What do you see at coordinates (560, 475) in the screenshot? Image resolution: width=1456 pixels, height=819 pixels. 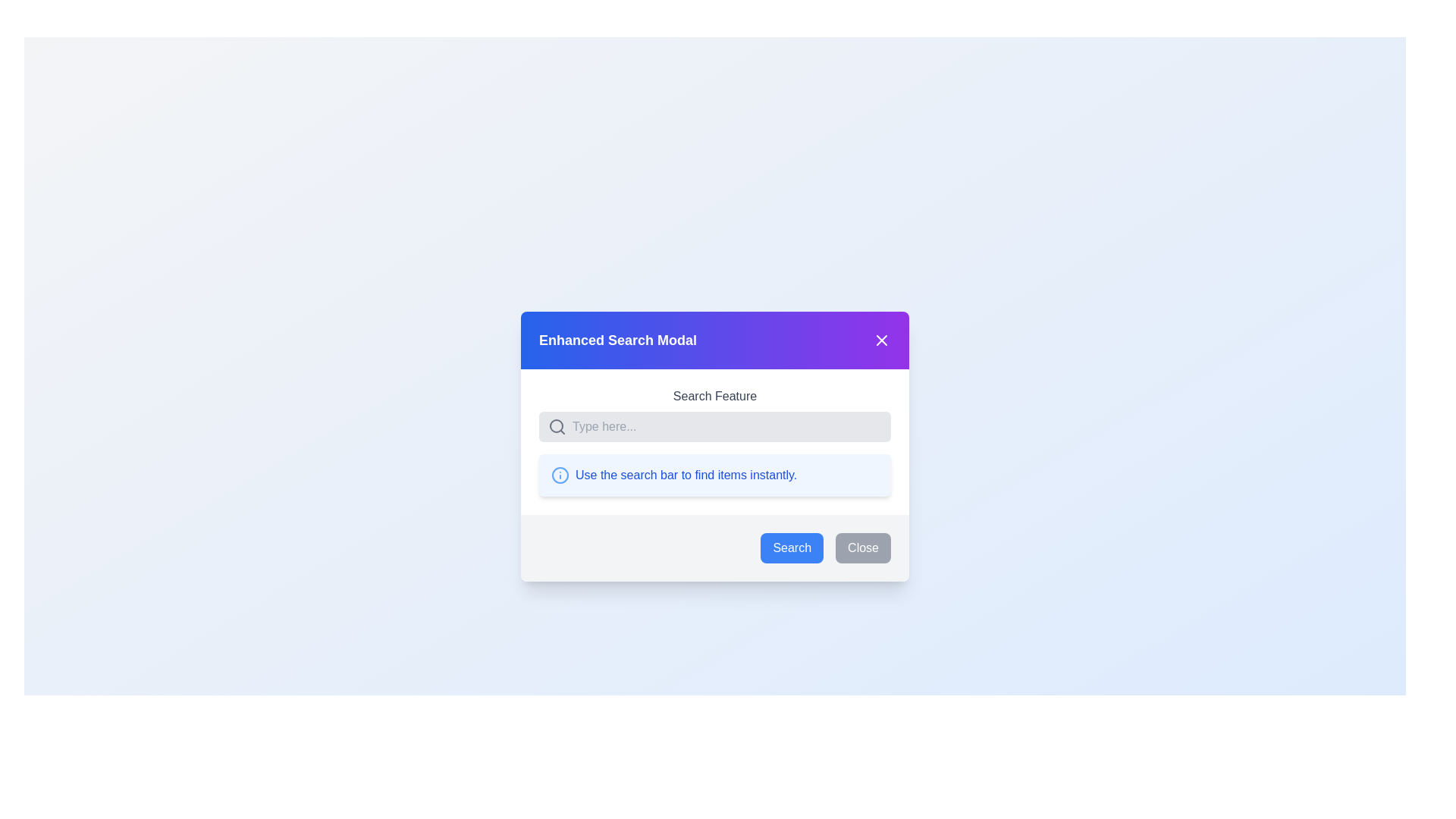 I see `the informational icon located to the left of the text 'Use the search bar to find items instantly.'` at bounding box center [560, 475].